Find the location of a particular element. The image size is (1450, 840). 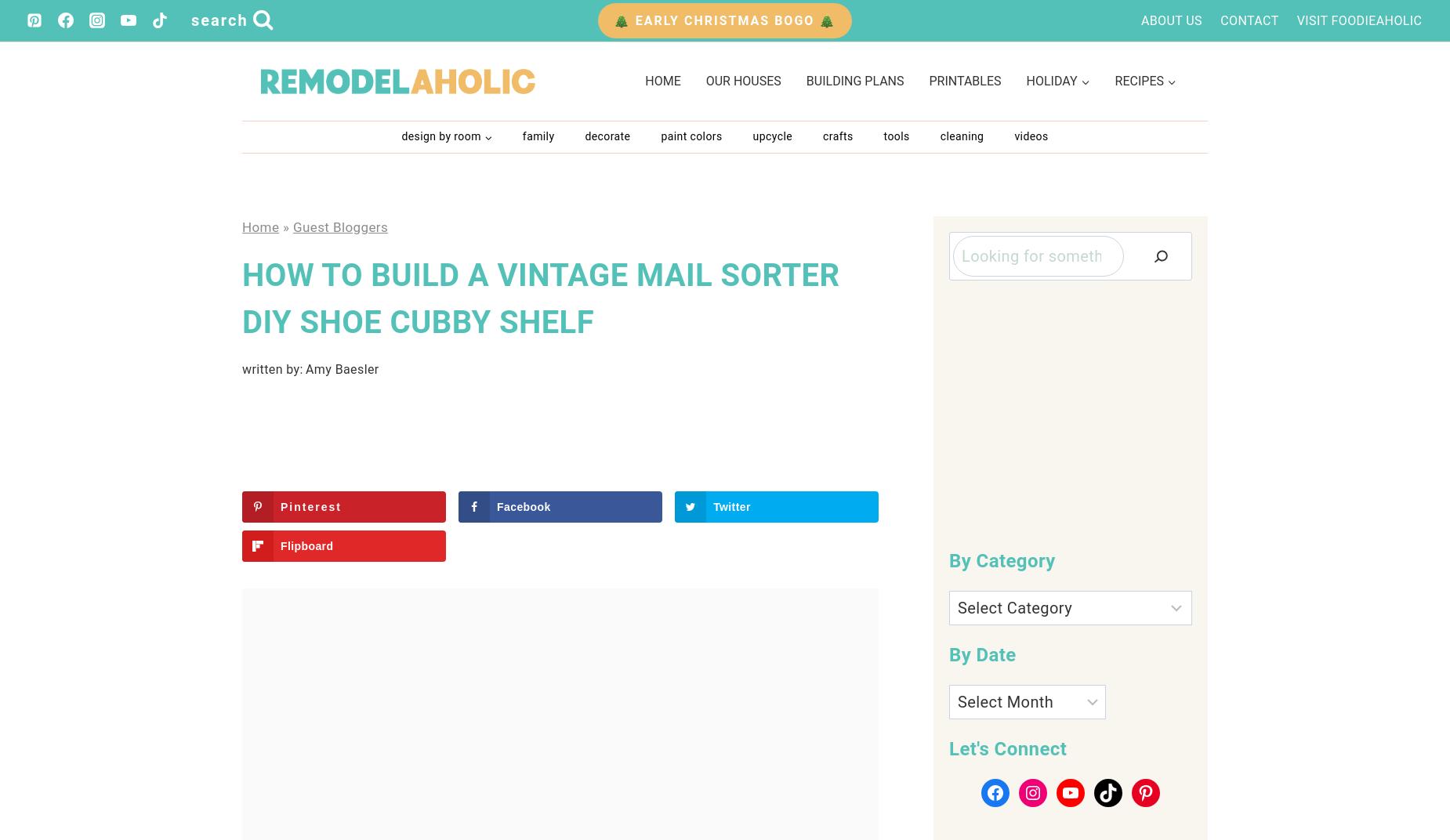

'Crafts' is located at coordinates (836, 135).